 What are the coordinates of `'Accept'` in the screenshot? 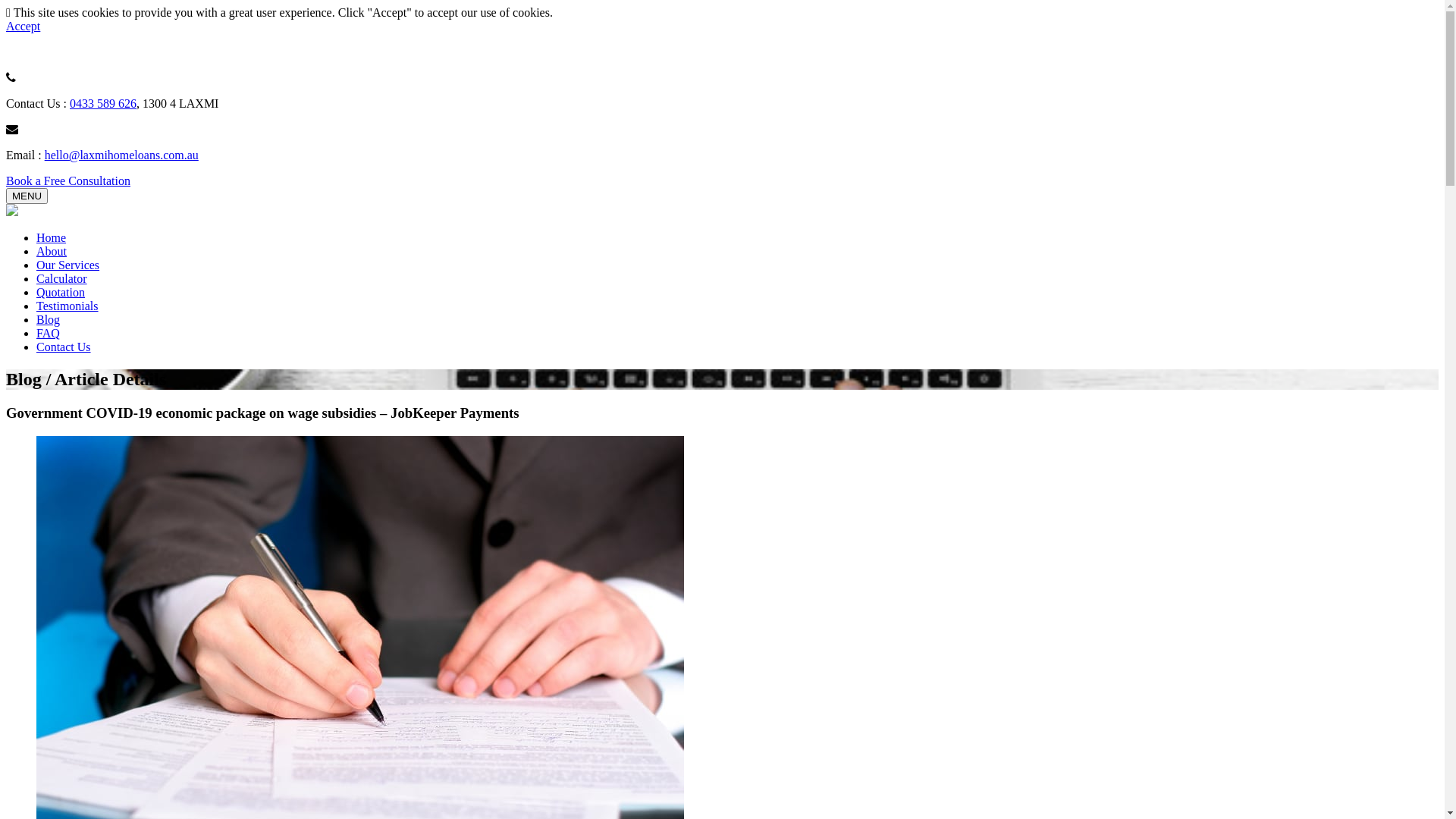 It's located at (23, 26).